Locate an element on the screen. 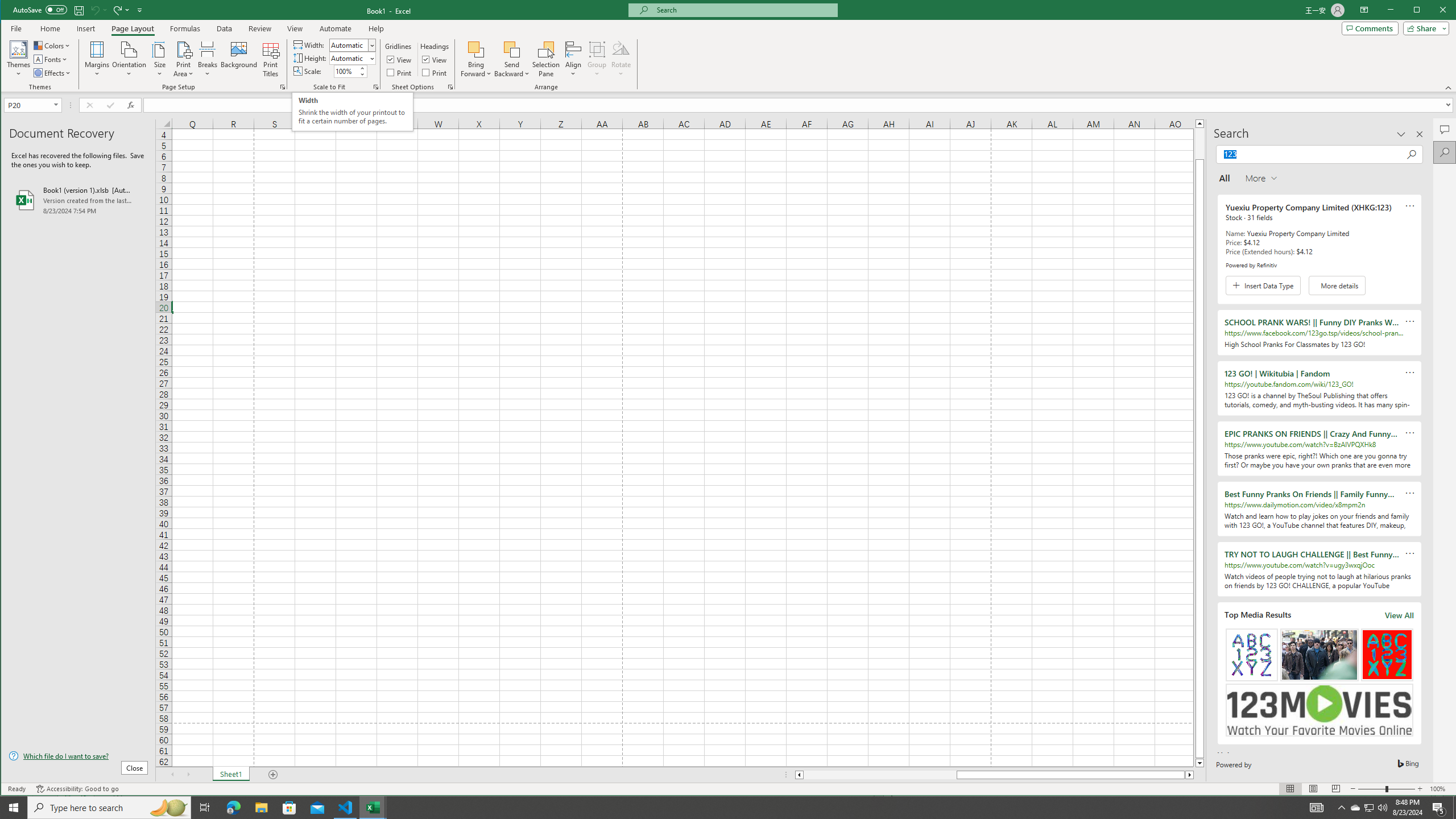 The height and width of the screenshot is (819, 1456). 'Bring Forward' is located at coordinates (476, 48).